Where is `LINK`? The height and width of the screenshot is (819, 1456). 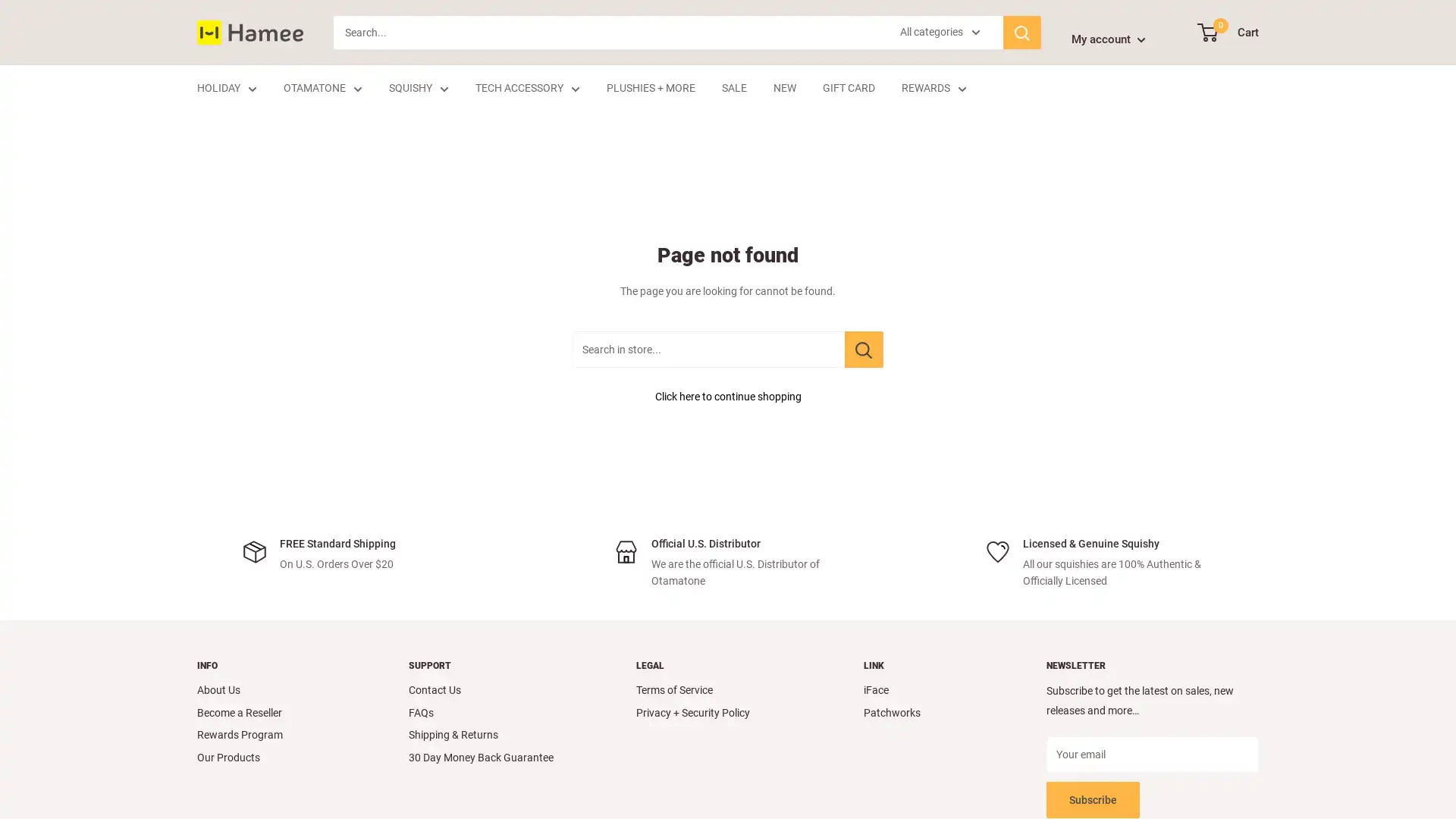 LINK is located at coordinates (927, 664).